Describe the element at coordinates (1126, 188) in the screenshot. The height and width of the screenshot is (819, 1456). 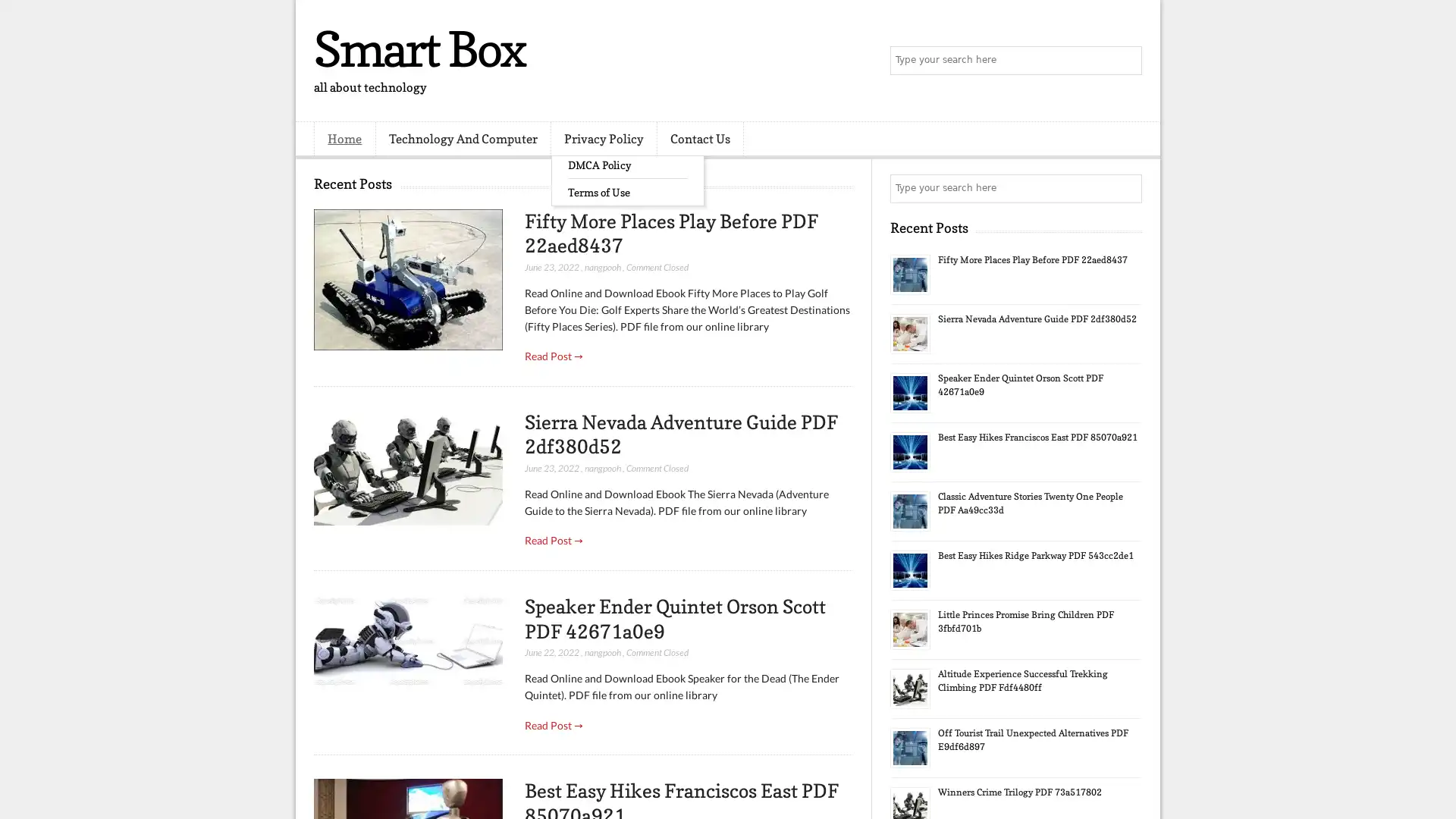
I see `Search` at that location.